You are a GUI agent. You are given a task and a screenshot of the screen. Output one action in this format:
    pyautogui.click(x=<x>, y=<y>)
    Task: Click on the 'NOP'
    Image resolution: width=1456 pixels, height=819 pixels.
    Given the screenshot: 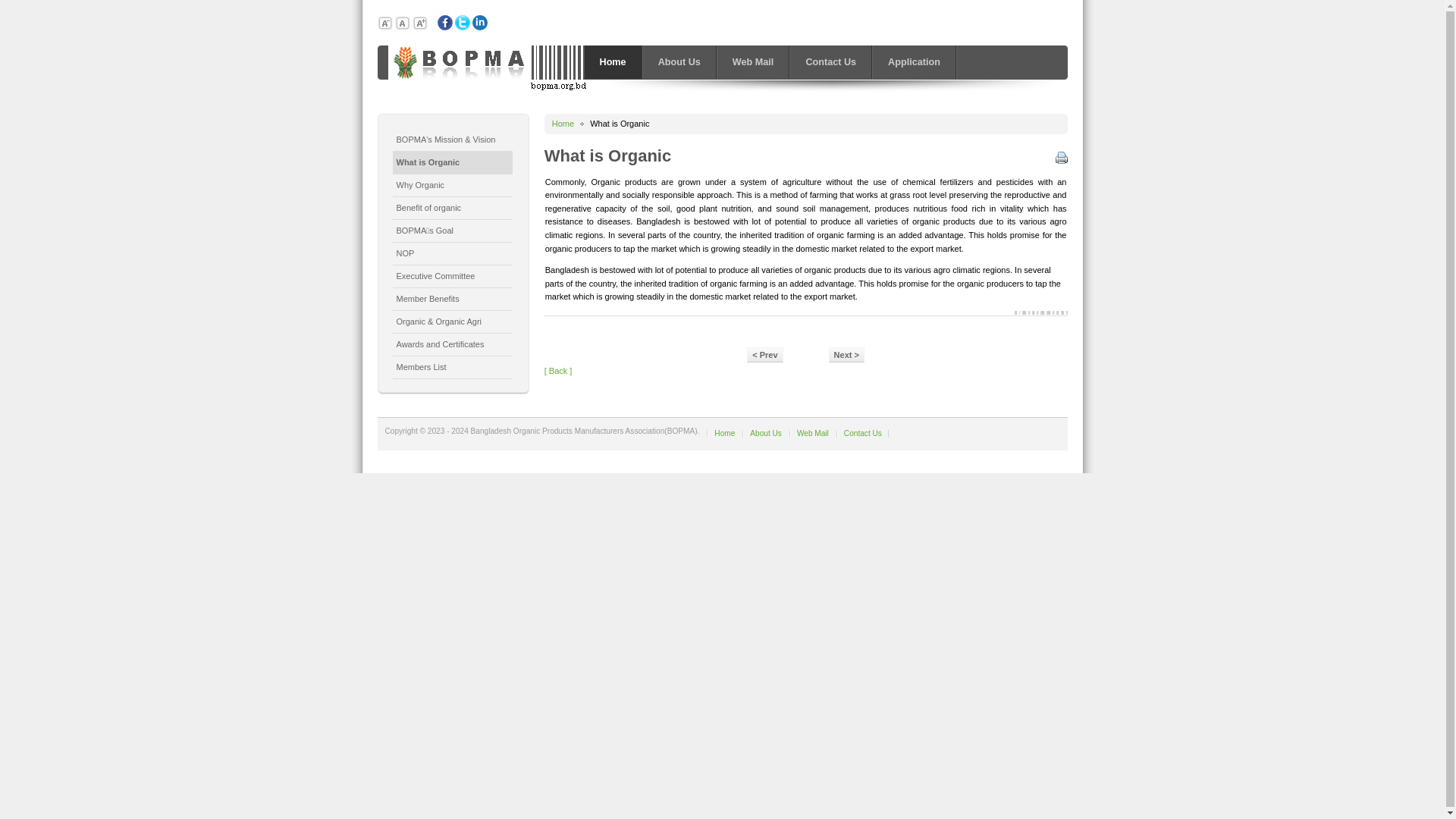 What is the action you would take?
    pyautogui.click(x=452, y=253)
    